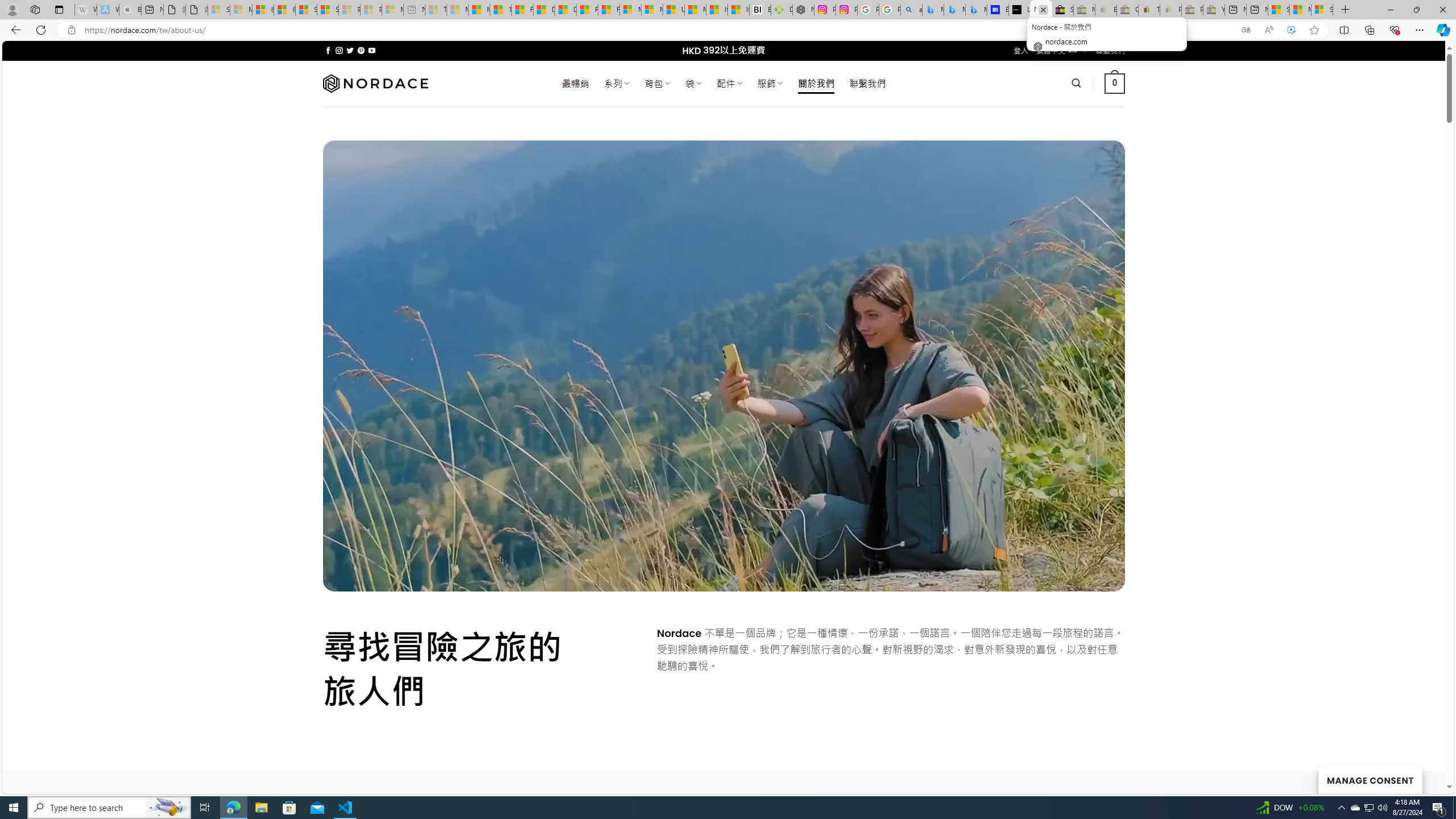 The width and height of the screenshot is (1456, 819). I want to click on 'Buy iPad - Apple - Sleeping', so click(130, 9).